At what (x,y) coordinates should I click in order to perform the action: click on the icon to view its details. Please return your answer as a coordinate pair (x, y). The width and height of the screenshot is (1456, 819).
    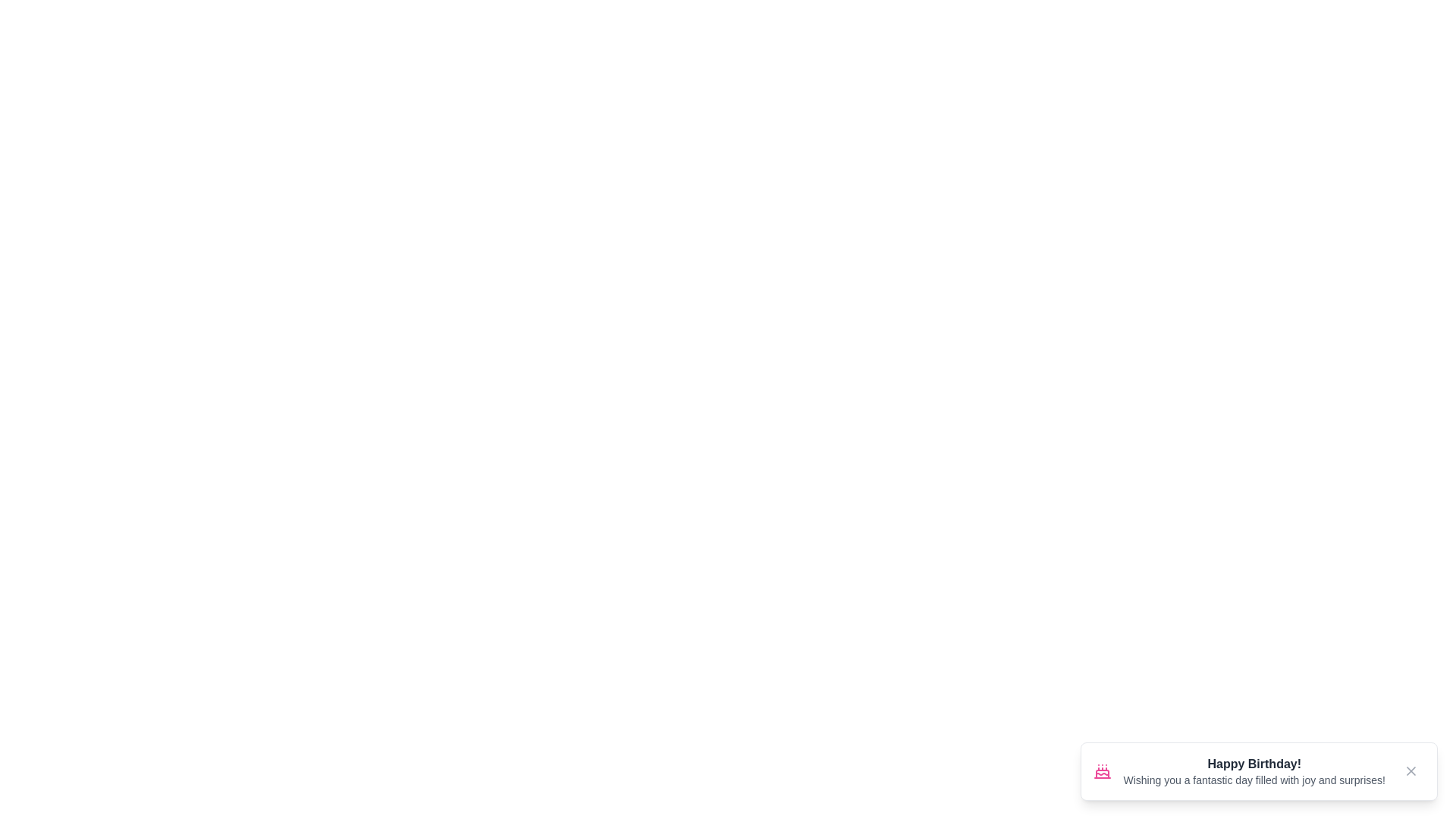
    Looking at the image, I should click on (1102, 771).